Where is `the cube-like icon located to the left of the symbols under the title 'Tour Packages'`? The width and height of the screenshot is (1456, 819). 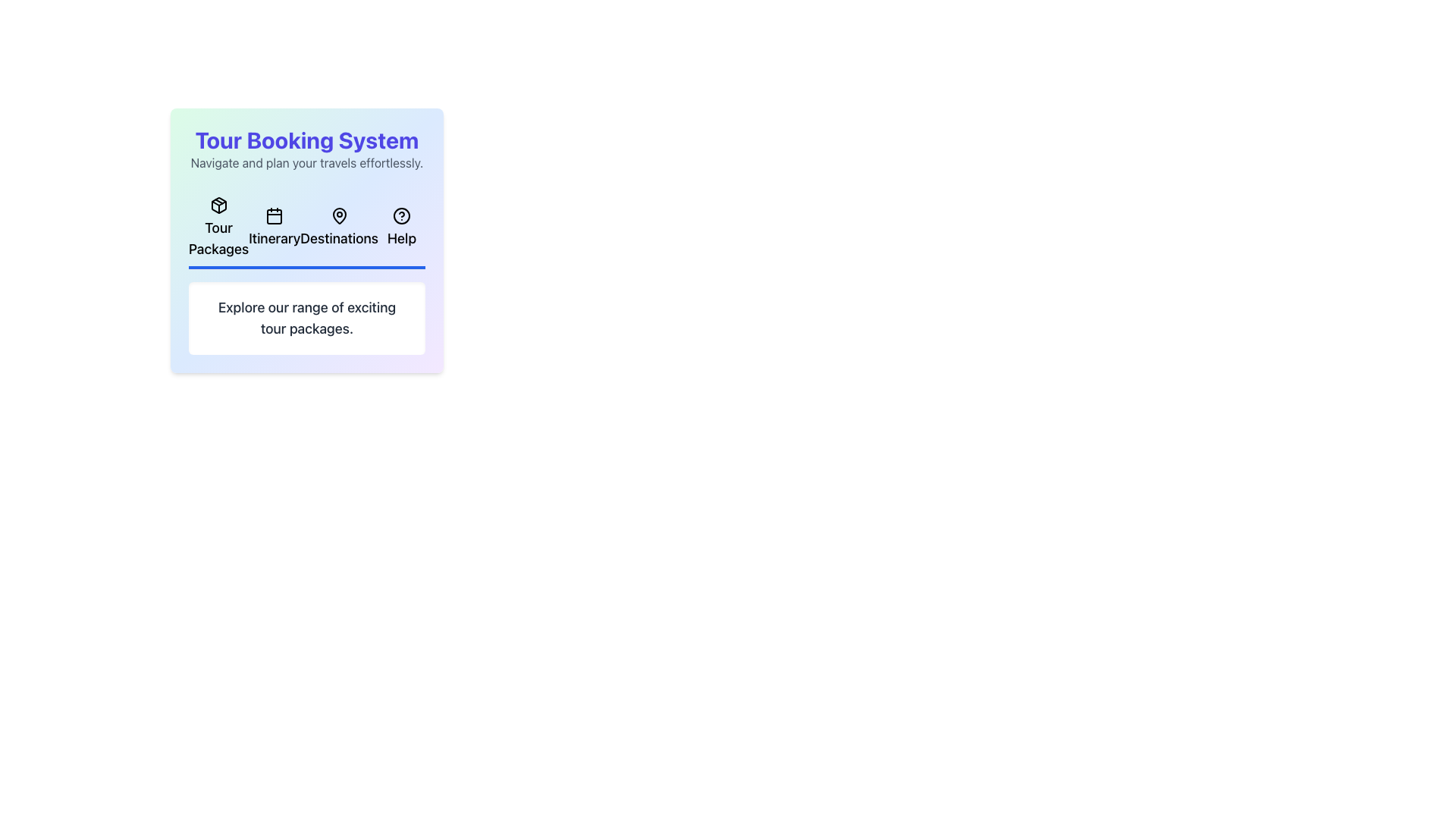
the cube-like icon located to the left of the symbols under the title 'Tour Packages' is located at coordinates (218, 205).